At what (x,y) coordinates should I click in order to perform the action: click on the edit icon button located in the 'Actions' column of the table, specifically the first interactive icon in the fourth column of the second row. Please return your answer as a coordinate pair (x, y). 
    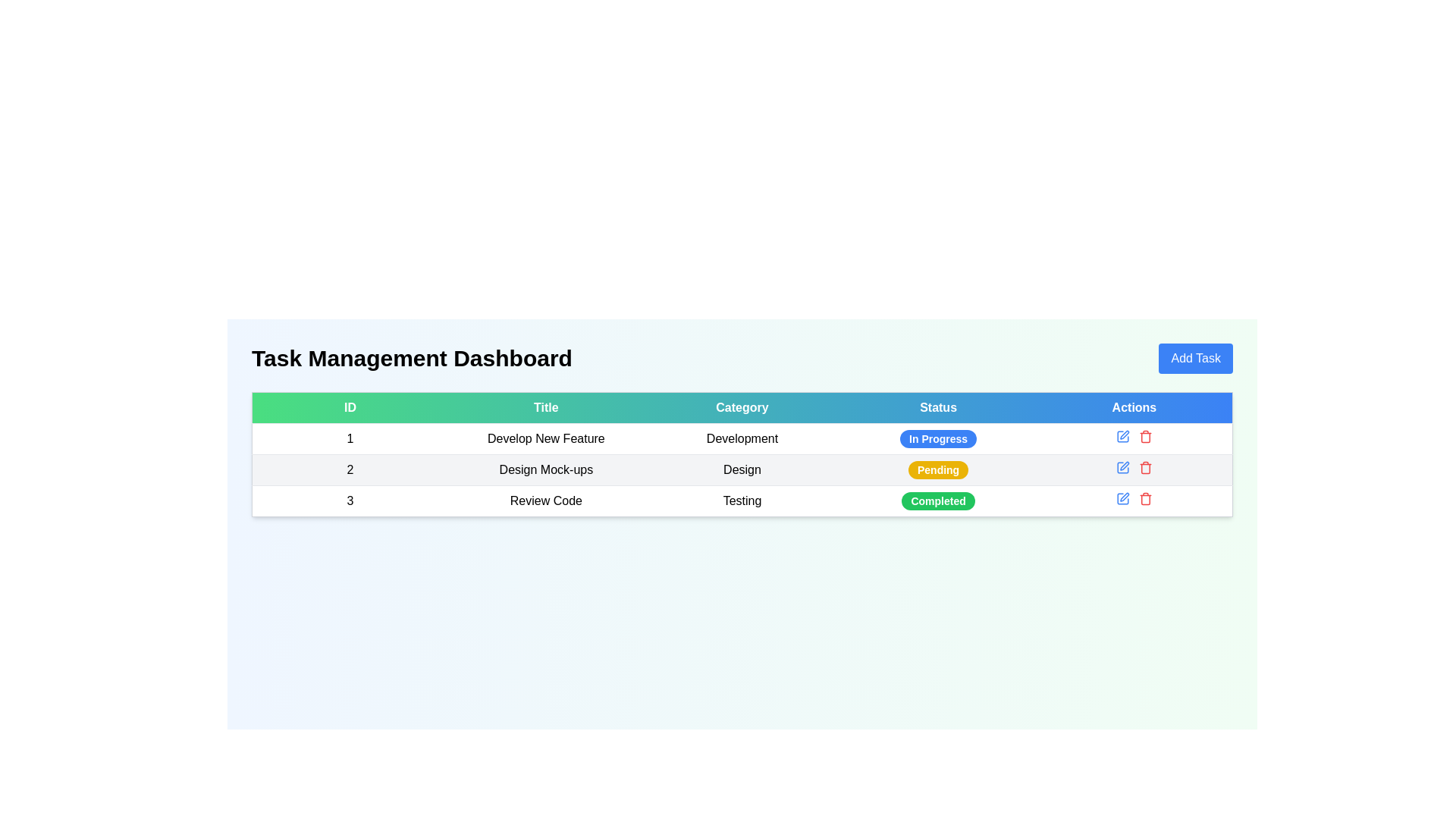
    Looking at the image, I should click on (1122, 436).